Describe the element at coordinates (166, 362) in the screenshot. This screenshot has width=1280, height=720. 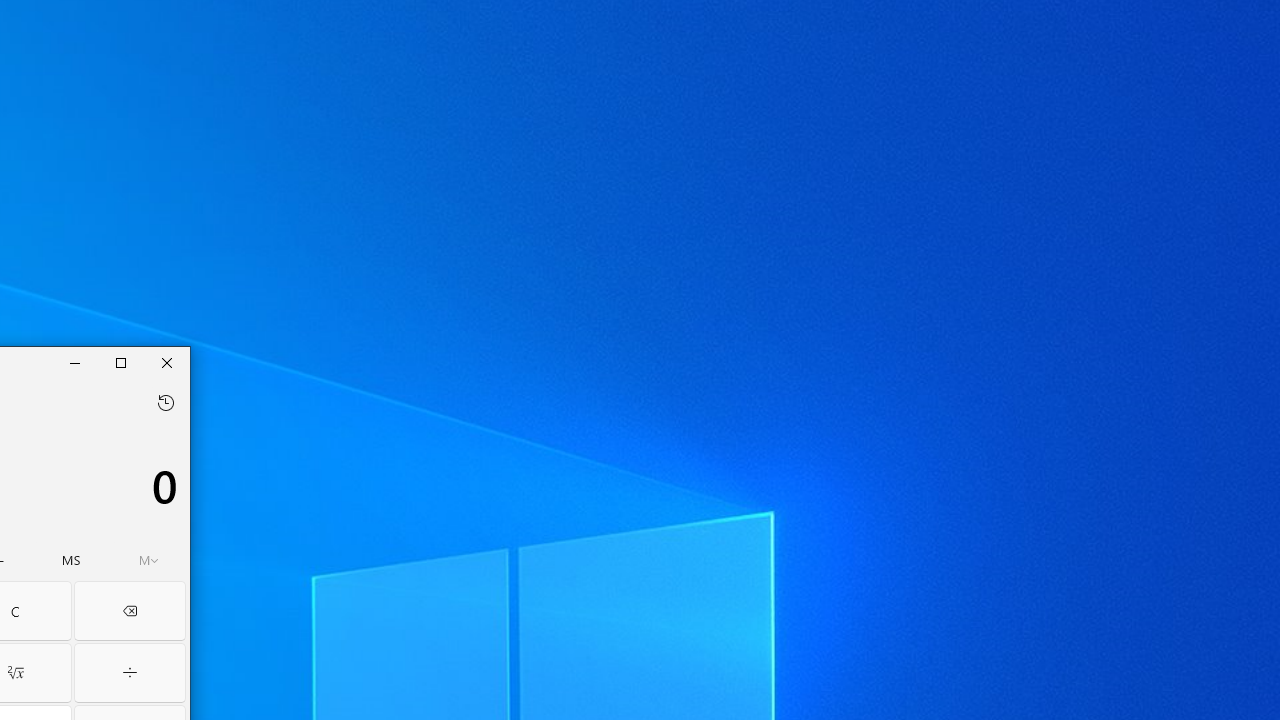
I see `'Close Calculator'` at that location.